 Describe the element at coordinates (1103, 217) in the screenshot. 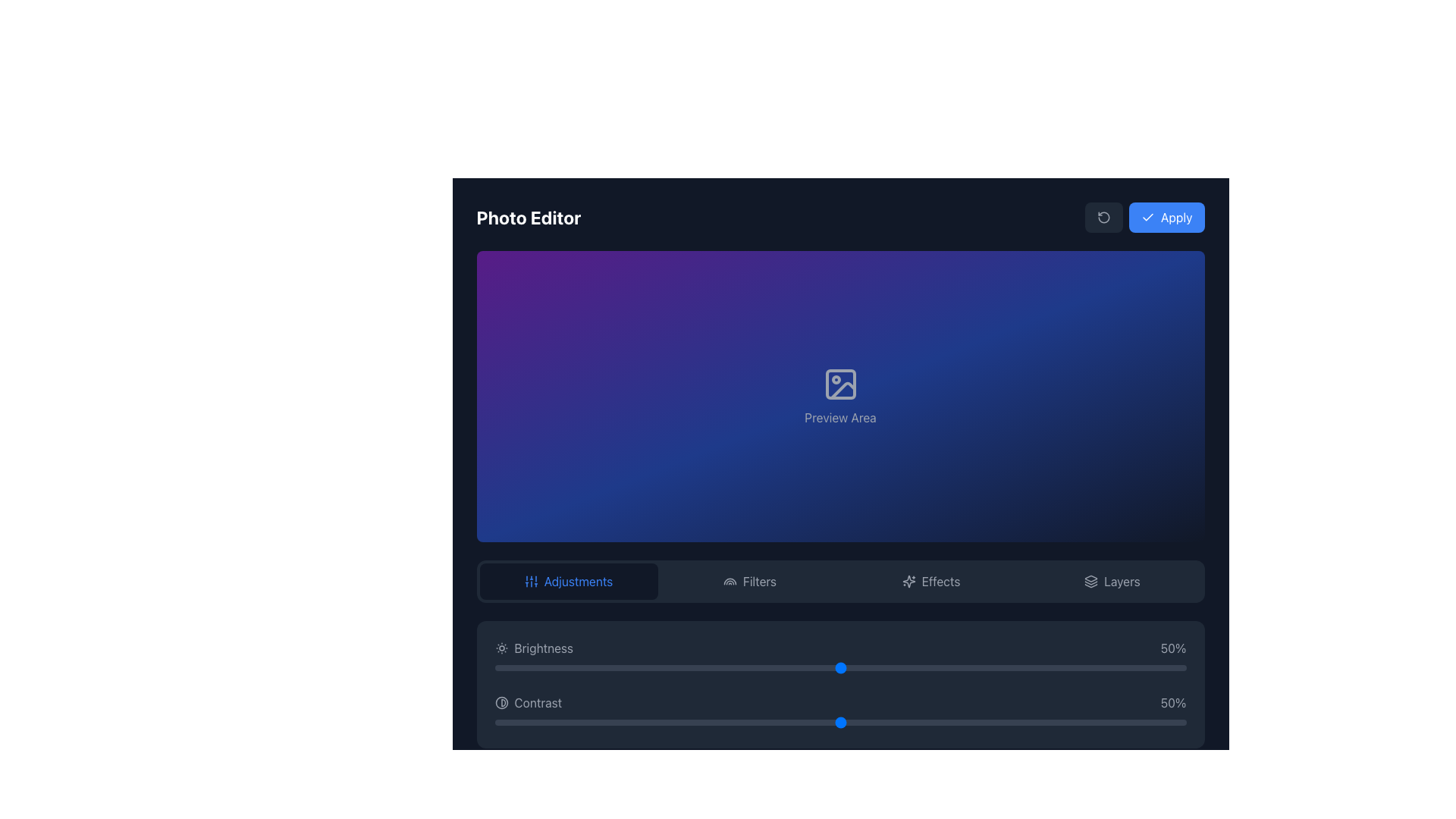

I see `the interactive circular arrow icon located at the top-right corner of the interface` at that location.